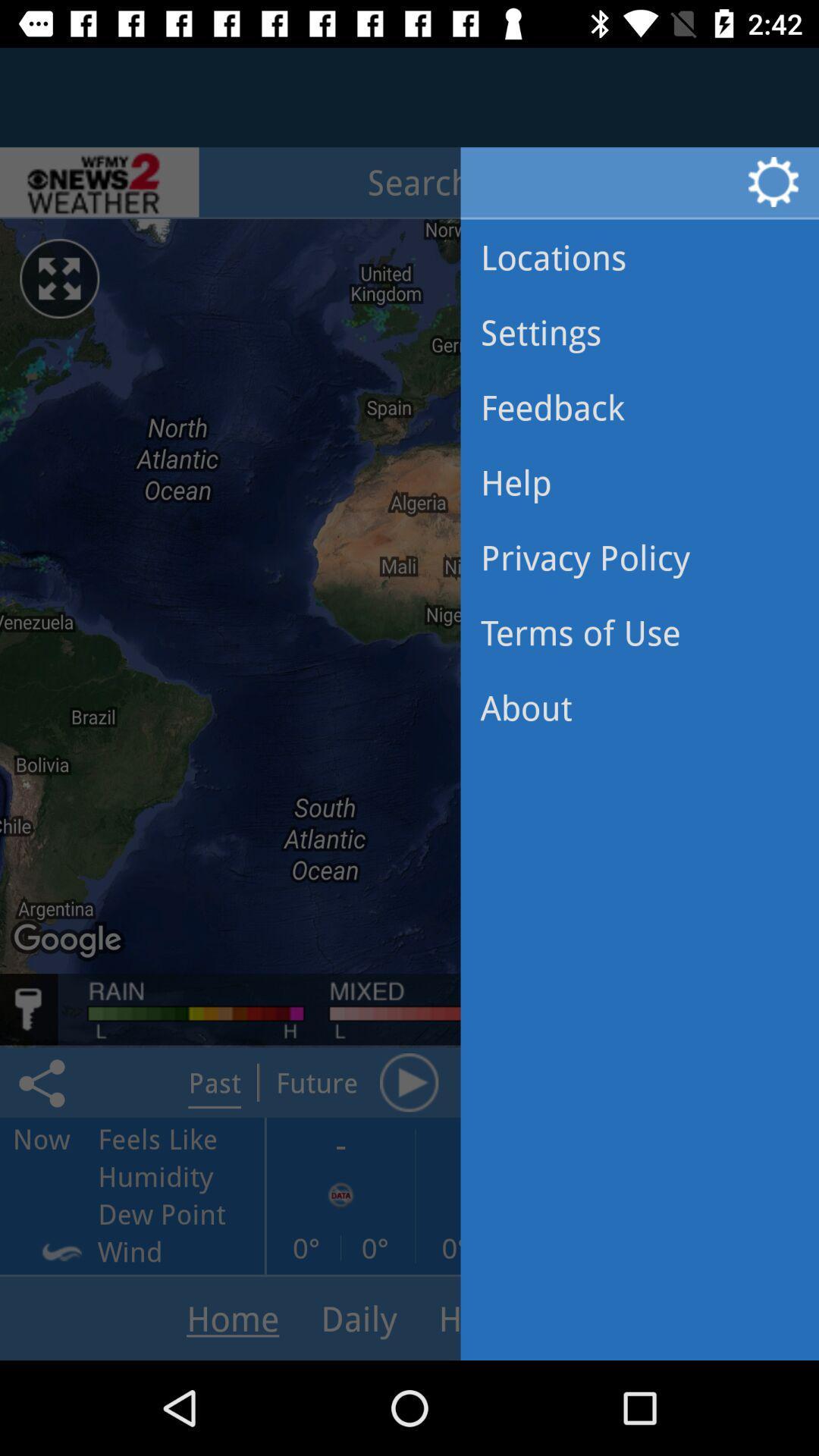 The image size is (819, 1456). Describe the element at coordinates (44, 1081) in the screenshot. I see `the share icon` at that location.